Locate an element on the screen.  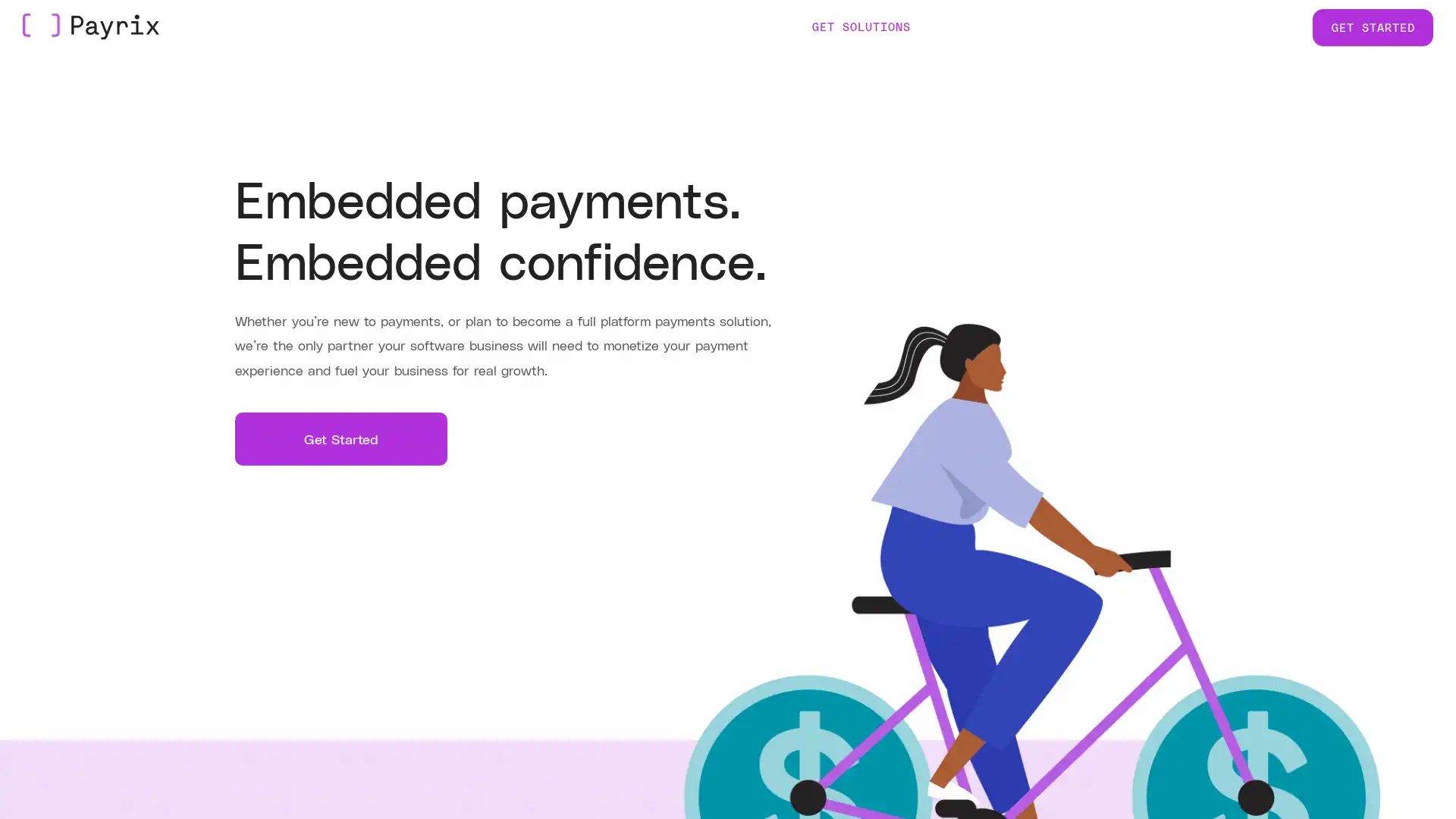
Skip to Main Content is located at coordinates (15, 15).